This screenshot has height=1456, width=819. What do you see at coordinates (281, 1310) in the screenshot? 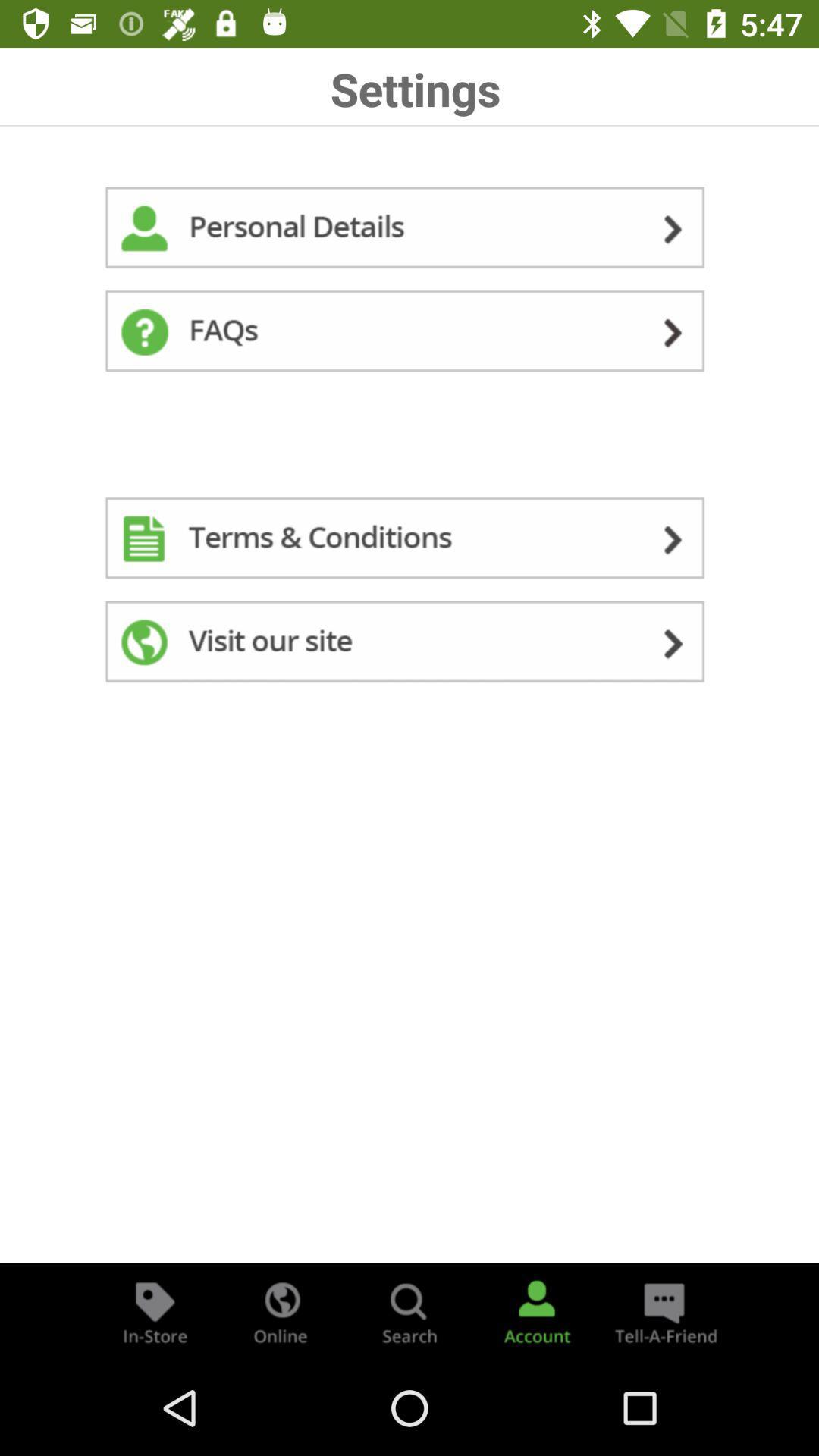
I see `go online` at bounding box center [281, 1310].